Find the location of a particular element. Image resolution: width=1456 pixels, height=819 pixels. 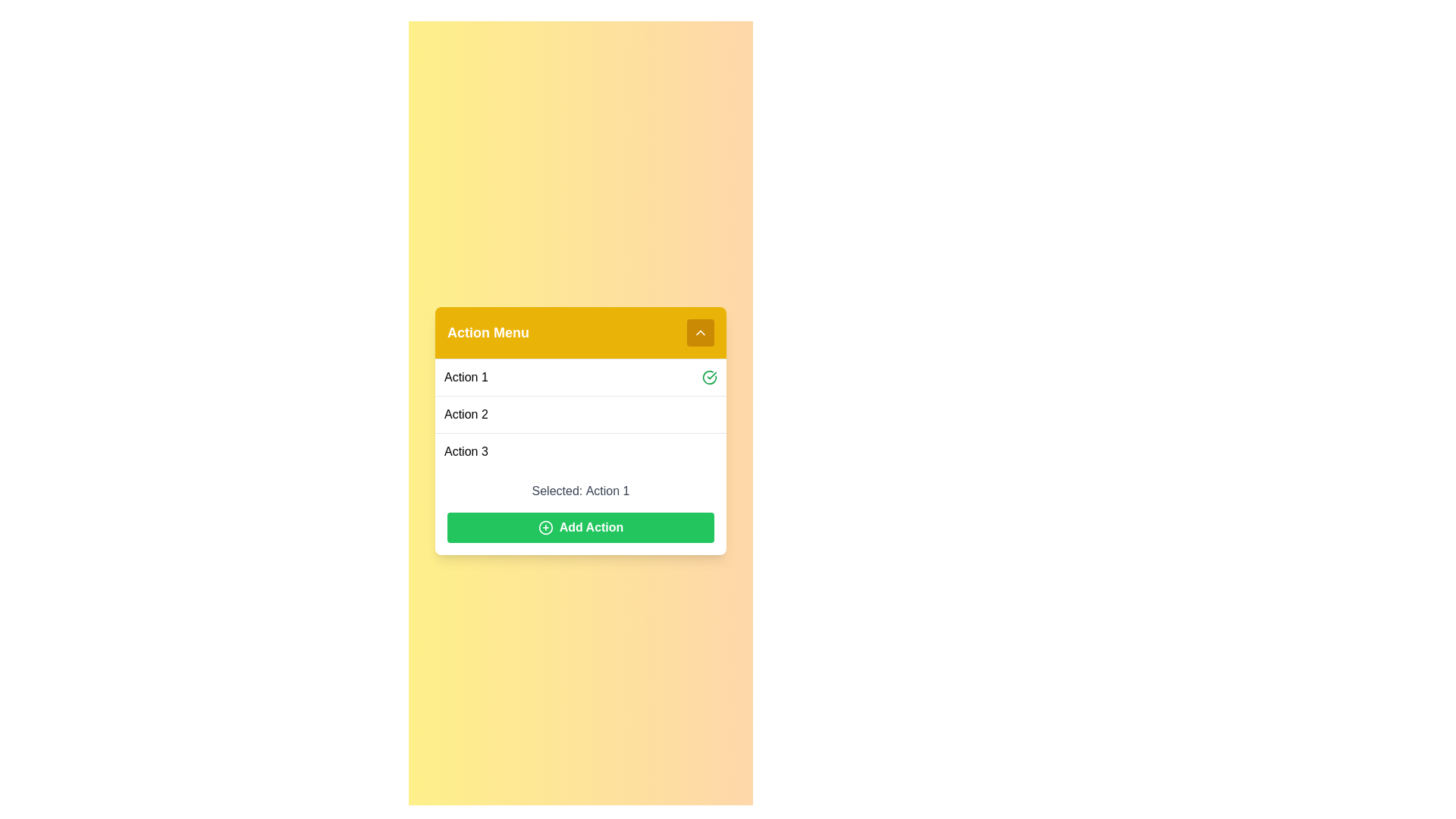

the visual part of the icon located at the center of the 'Add Action' button, which is positioned below the action menu is located at coordinates (545, 527).